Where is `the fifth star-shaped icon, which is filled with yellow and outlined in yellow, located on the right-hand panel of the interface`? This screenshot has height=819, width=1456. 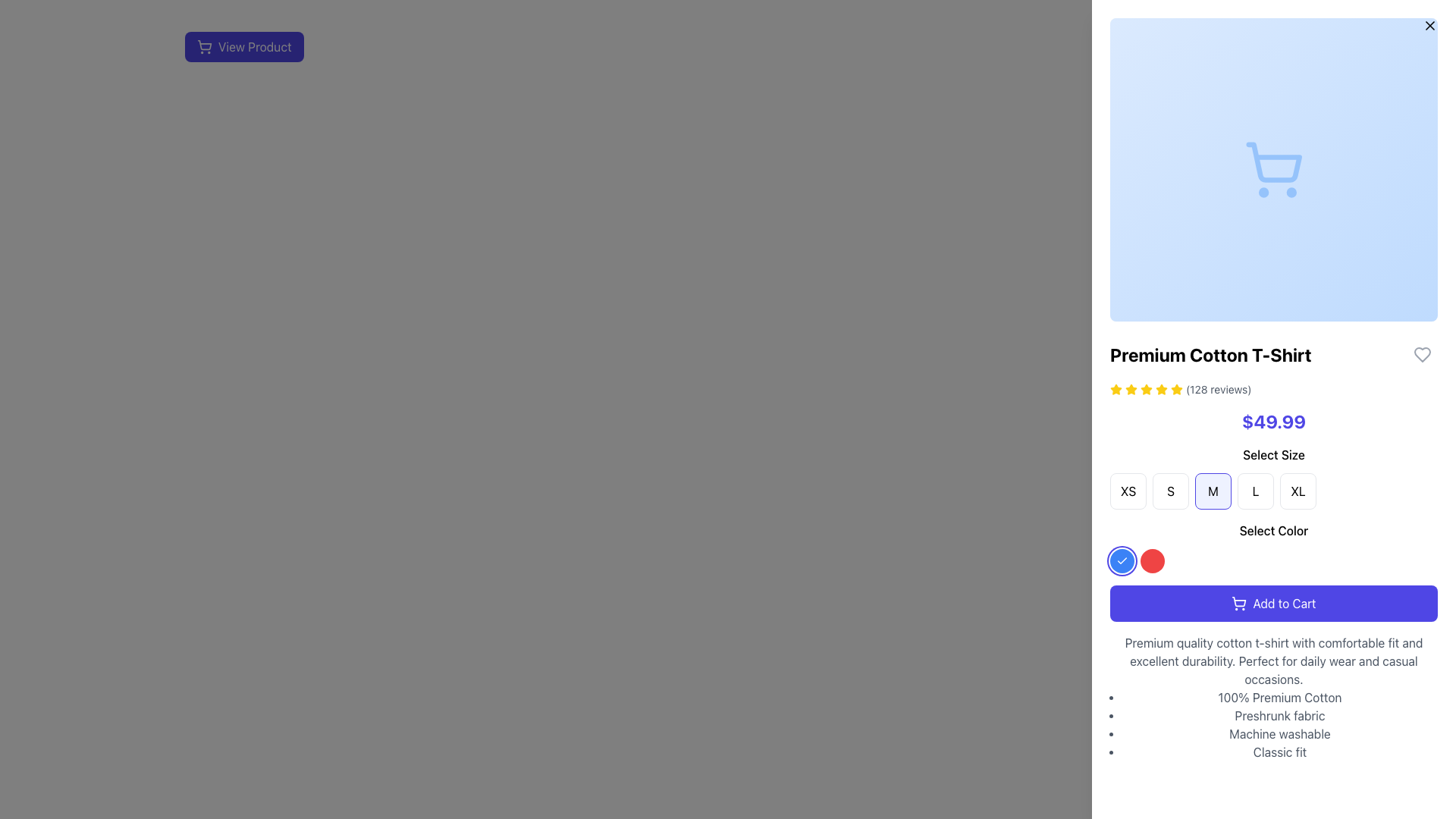
the fifth star-shaped icon, which is filled with yellow and outlined in yellow, located on the right-hand panel of the interface is located at coordinates (1147, 388).